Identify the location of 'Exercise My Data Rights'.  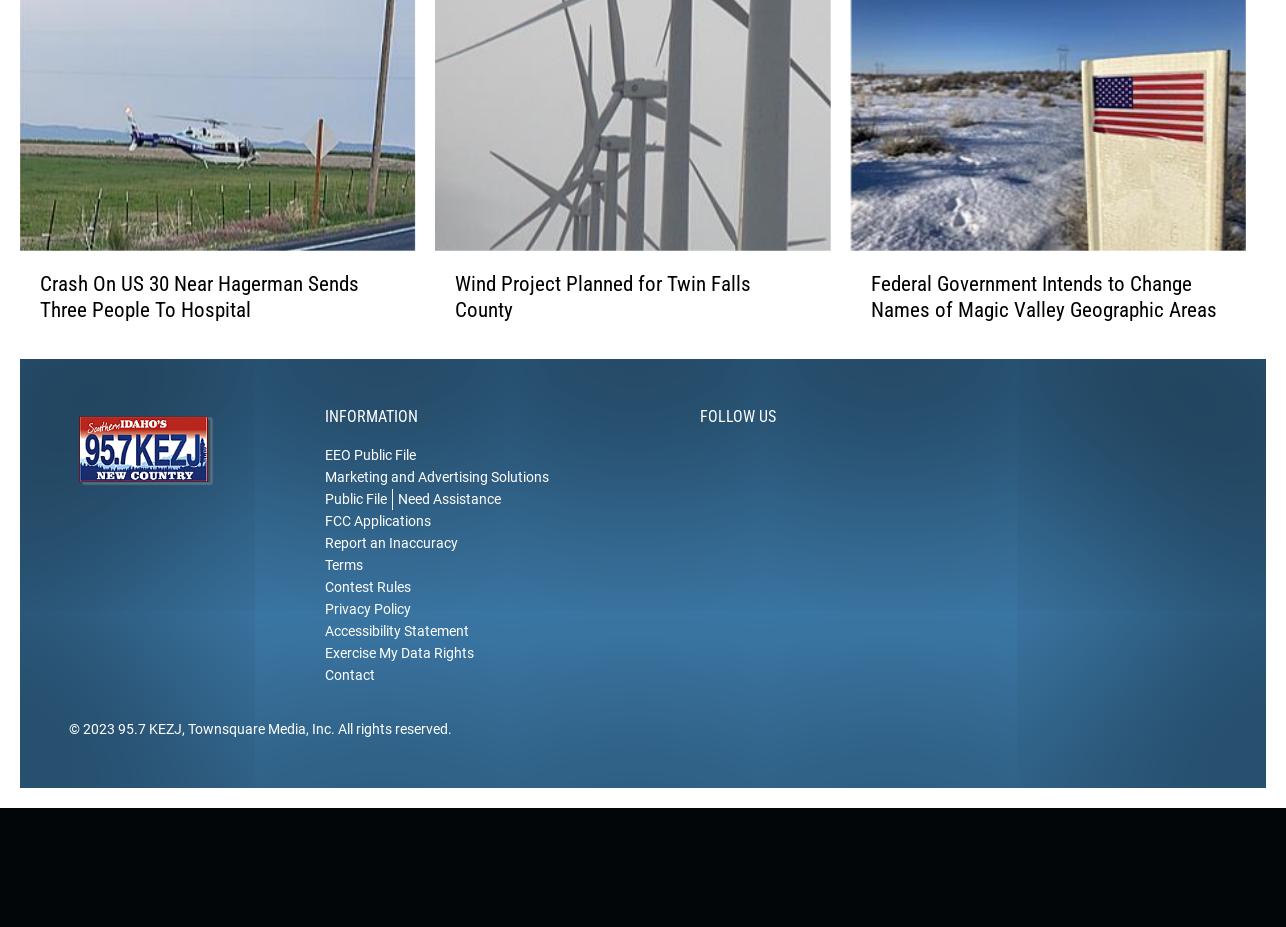
(398, 683).